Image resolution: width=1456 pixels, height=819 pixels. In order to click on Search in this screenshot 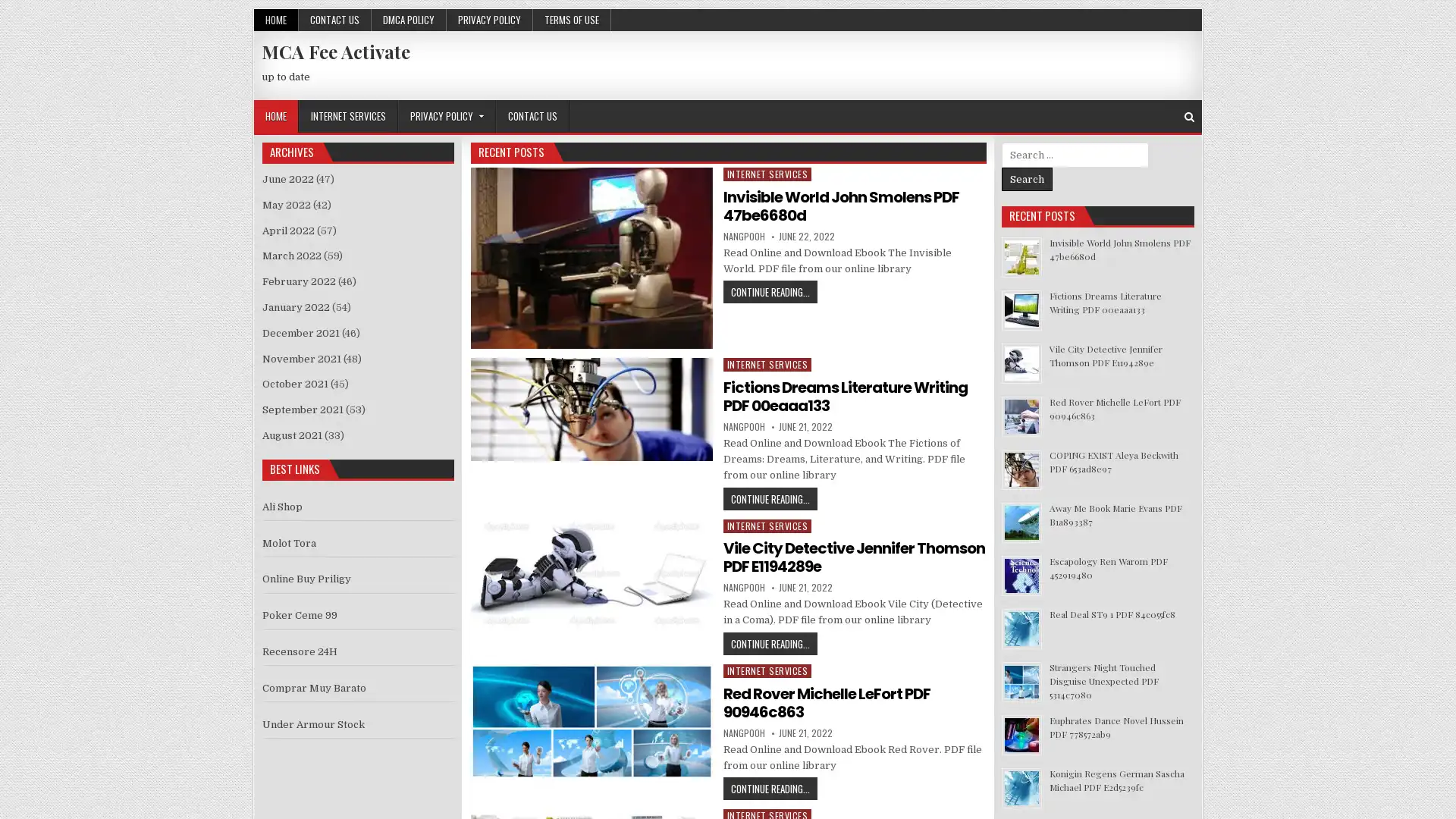, I will do `click(1027, 178)`.